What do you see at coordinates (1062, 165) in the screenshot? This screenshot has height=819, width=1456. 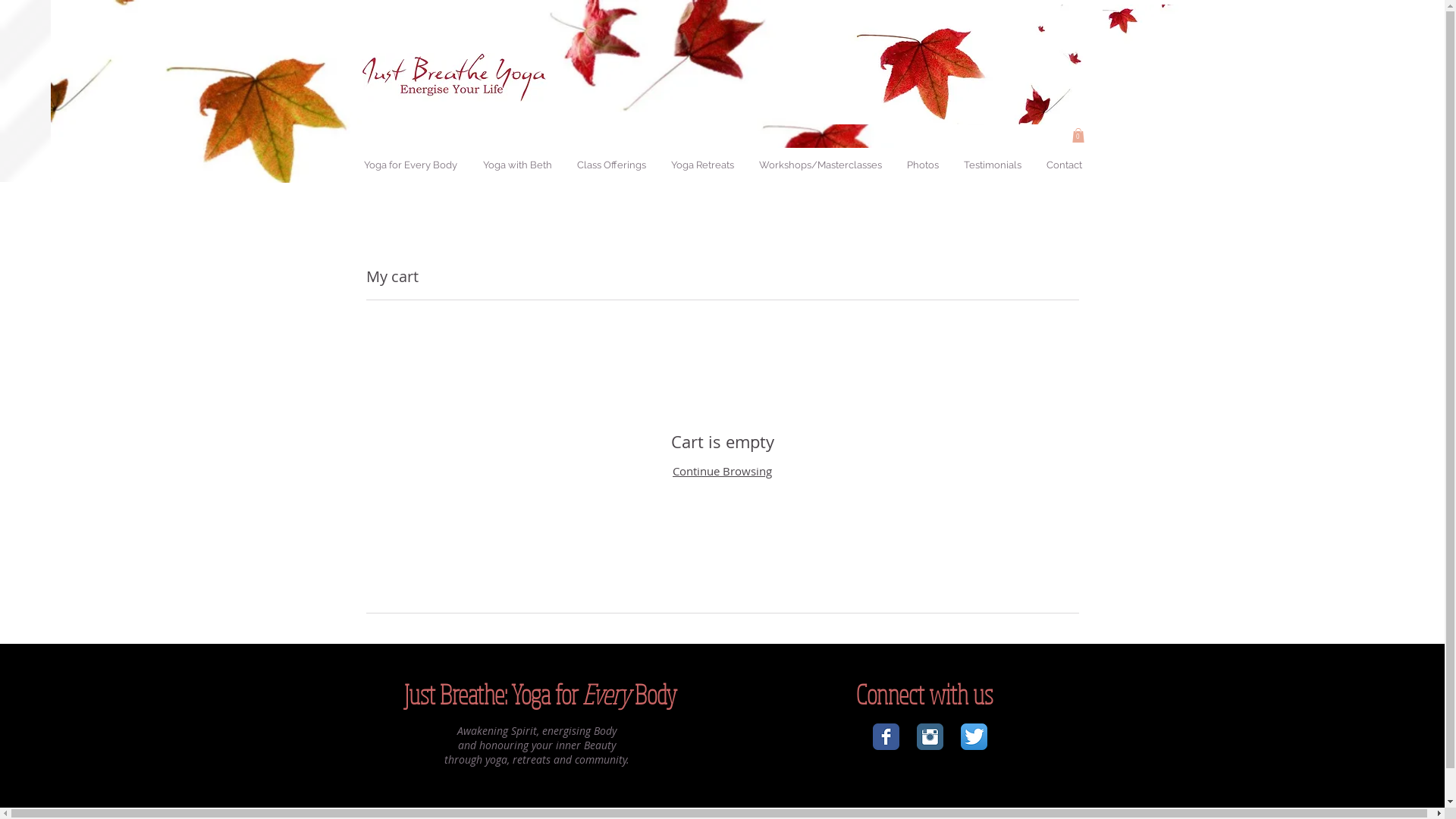 I see `'Contact'` at bounding box center [1062, 165].